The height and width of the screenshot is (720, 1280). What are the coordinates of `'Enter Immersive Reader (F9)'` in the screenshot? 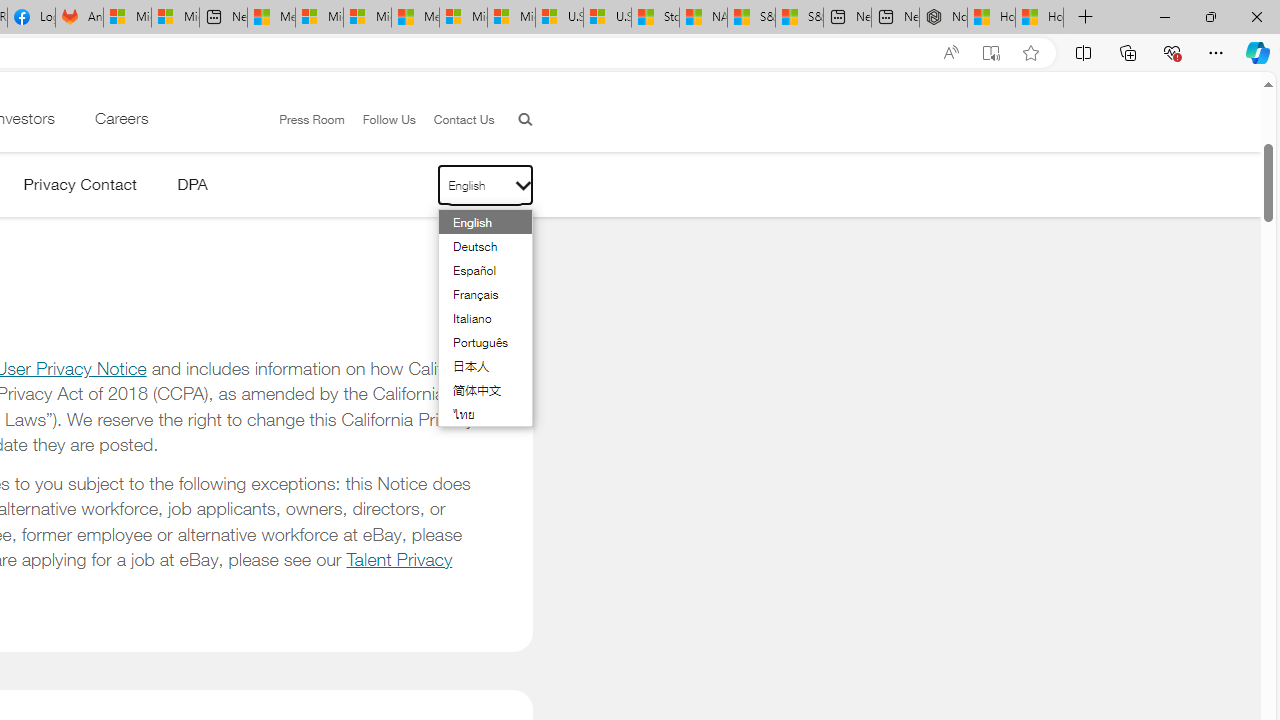 It's located at (991, 52).